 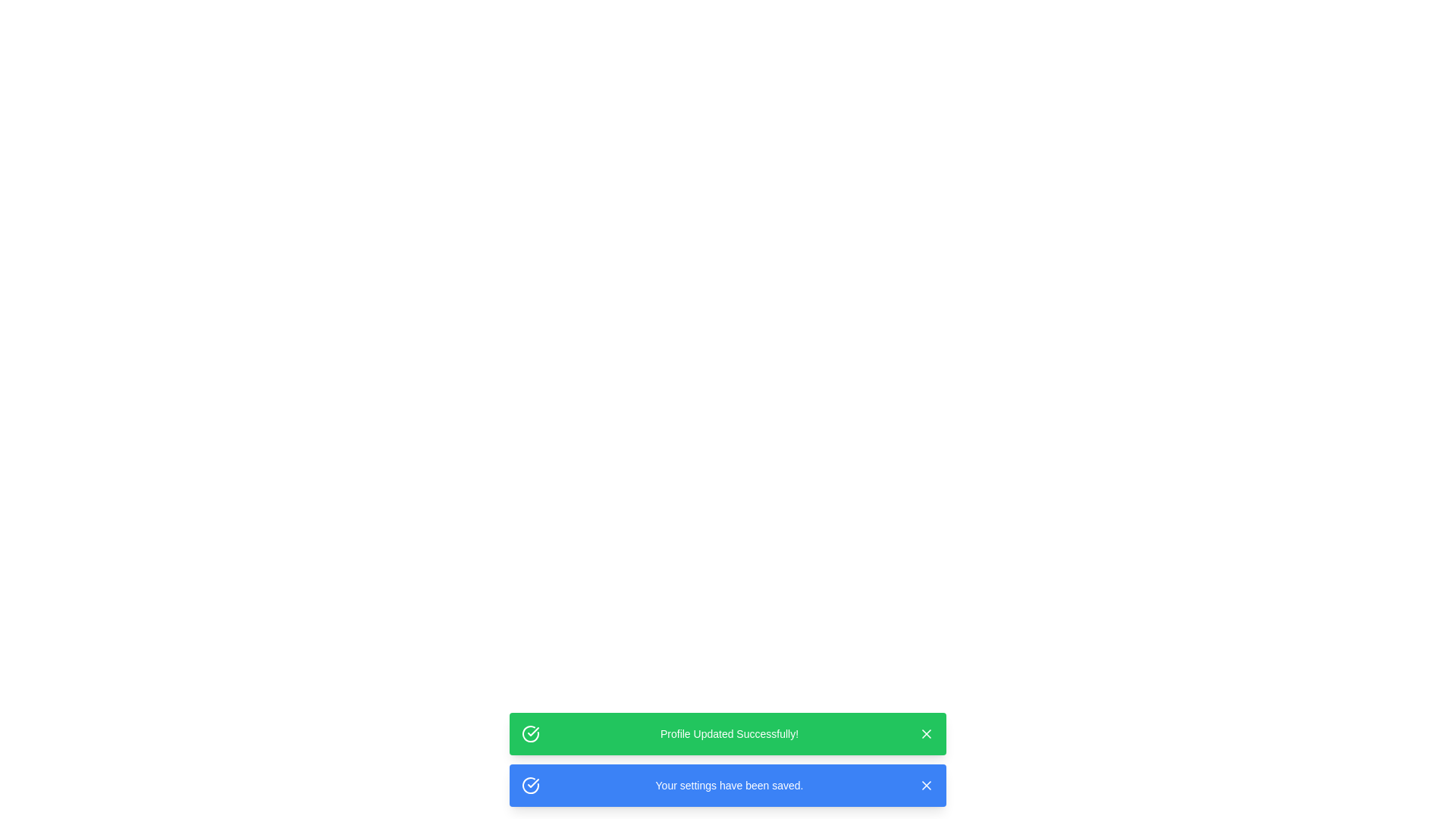 What do you see at coordinates (926, 785) in the screenshot?
I see `the circular button with an 'X' symbol on a blue background to activate keyboard accessibility for closure` at bounding box center [926, 785].